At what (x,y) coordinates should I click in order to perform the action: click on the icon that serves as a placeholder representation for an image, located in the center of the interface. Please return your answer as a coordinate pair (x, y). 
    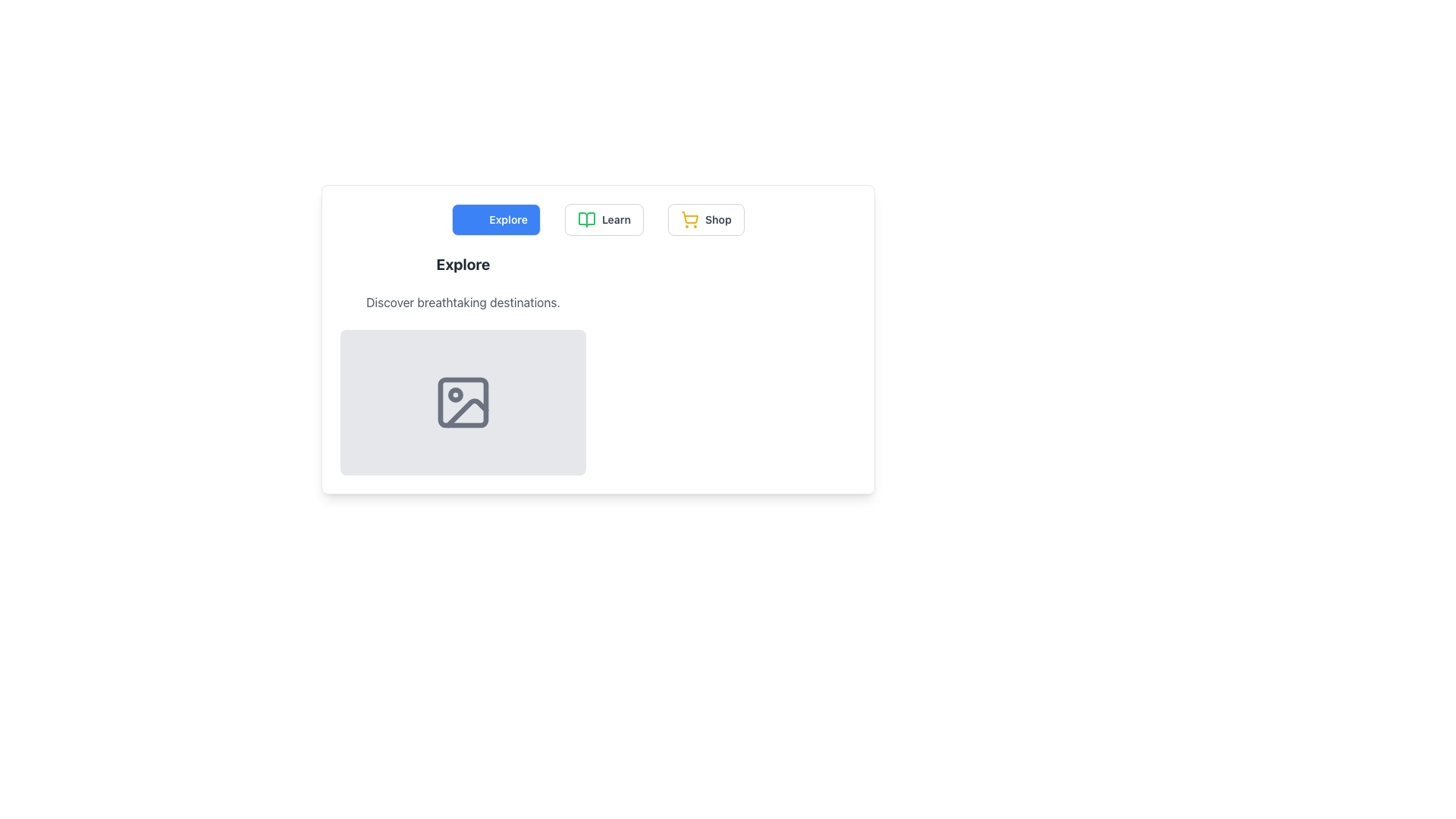
    Looking at the image, I should click on (462, 402).